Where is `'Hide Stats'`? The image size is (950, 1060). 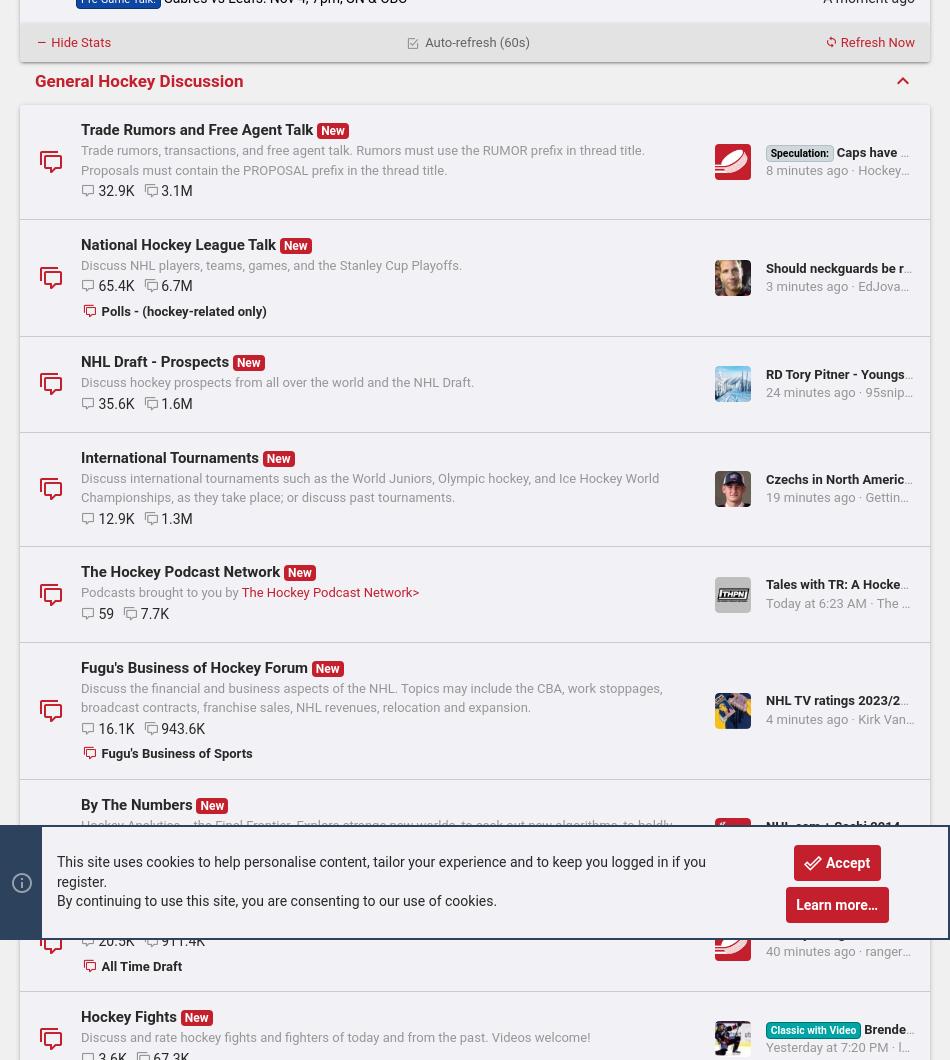
'Hide Stats' is located at coordinates (79, 41).